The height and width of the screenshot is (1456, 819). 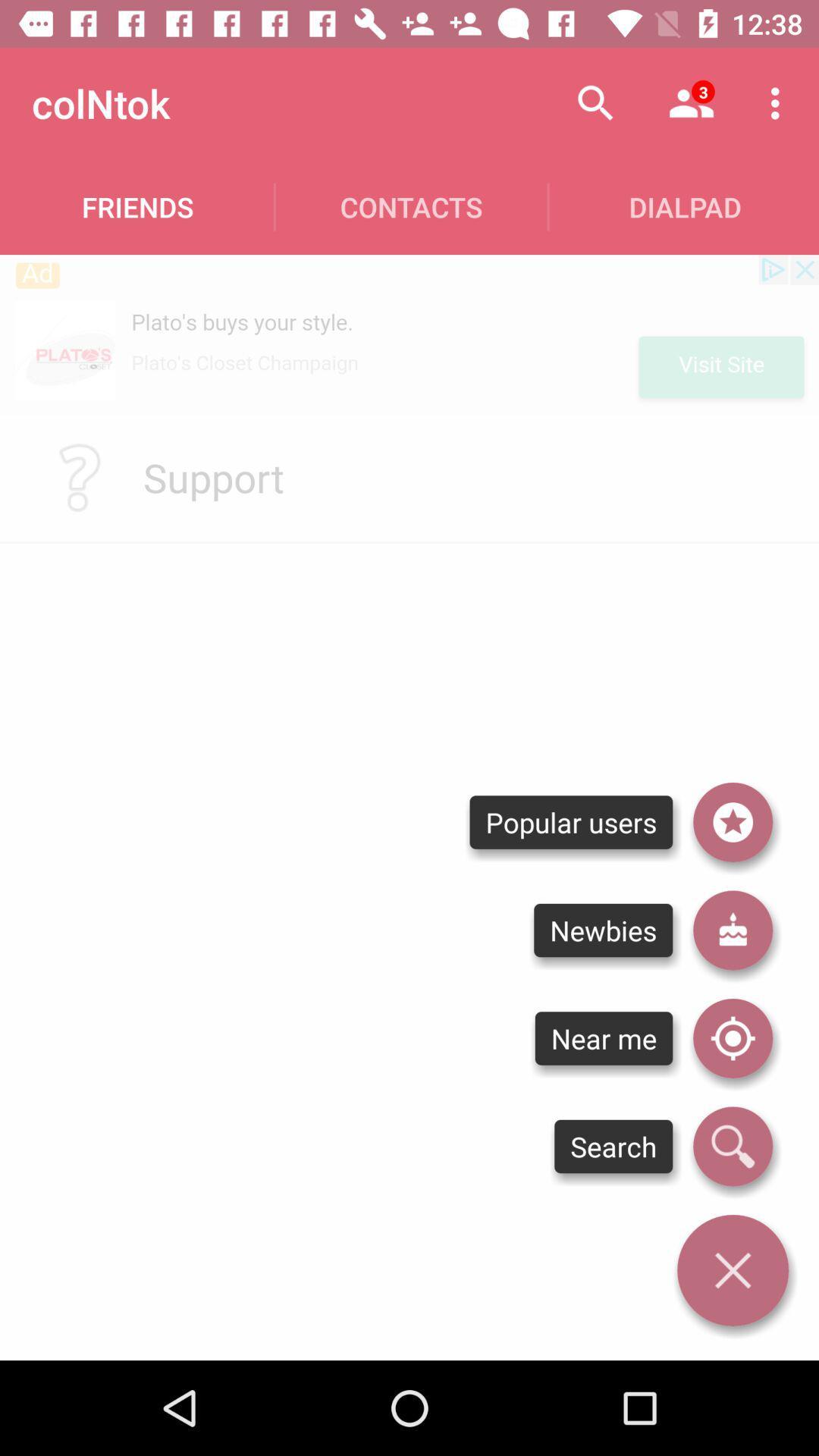 I want to click on the popular users icon, so click(x=571, y=821).